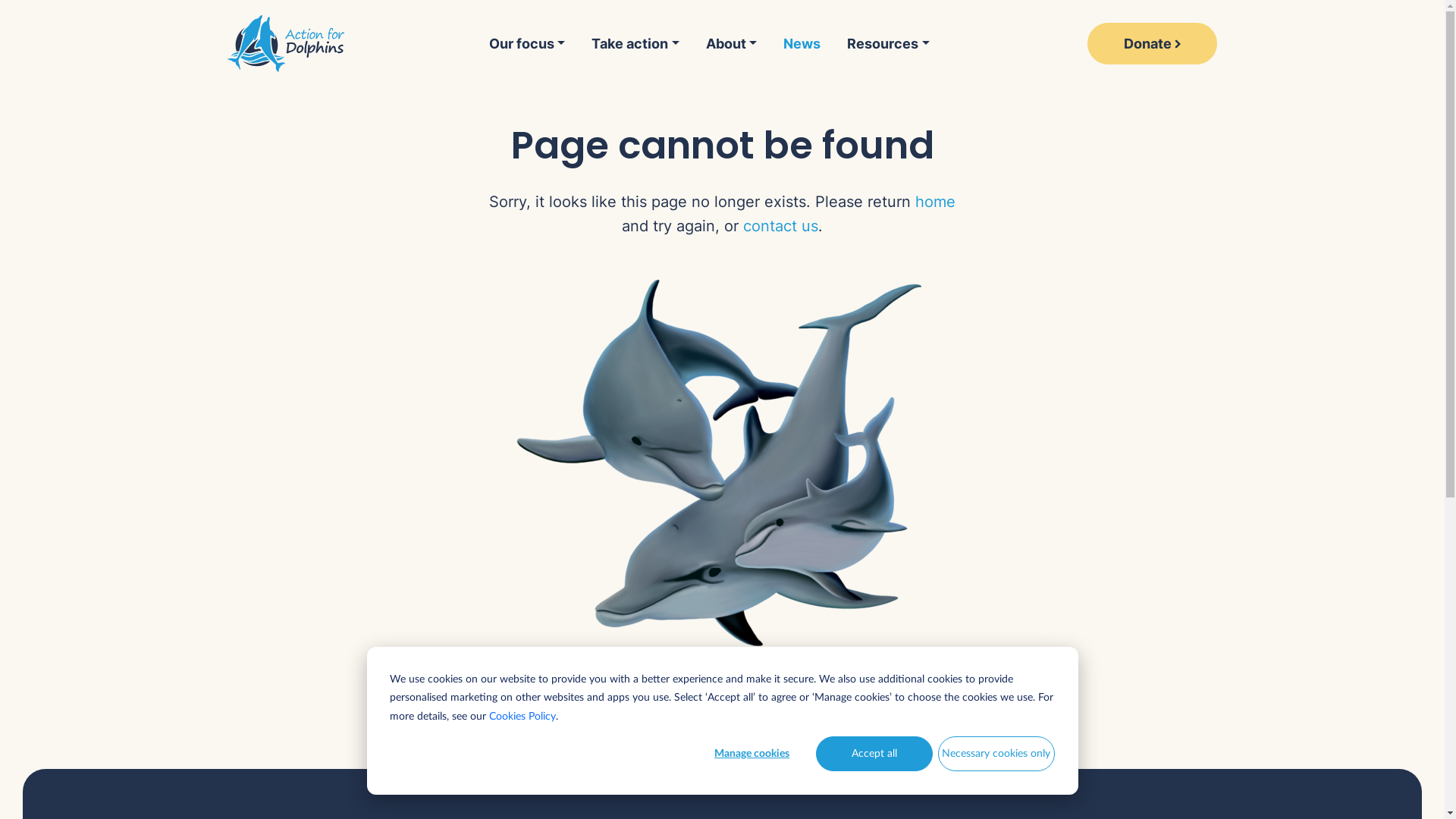 The height and width of the screenshot is (819, 1456). What do you see at coordinates (742, 225) in the screenshot?
I see `'contact us'` at bounding box center [742, 225].